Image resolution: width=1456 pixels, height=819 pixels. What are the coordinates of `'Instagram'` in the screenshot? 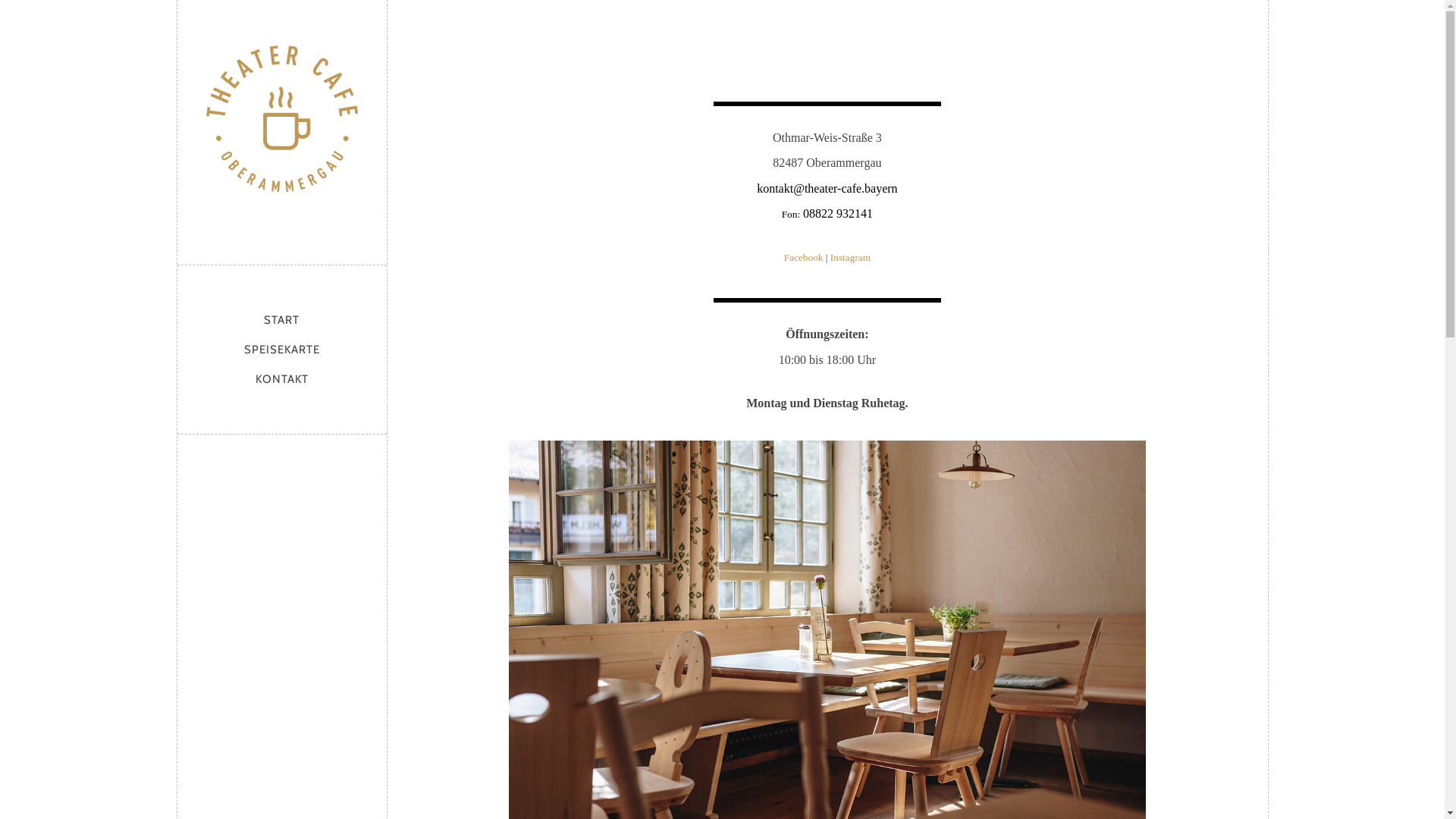 It's located at (850, 256).